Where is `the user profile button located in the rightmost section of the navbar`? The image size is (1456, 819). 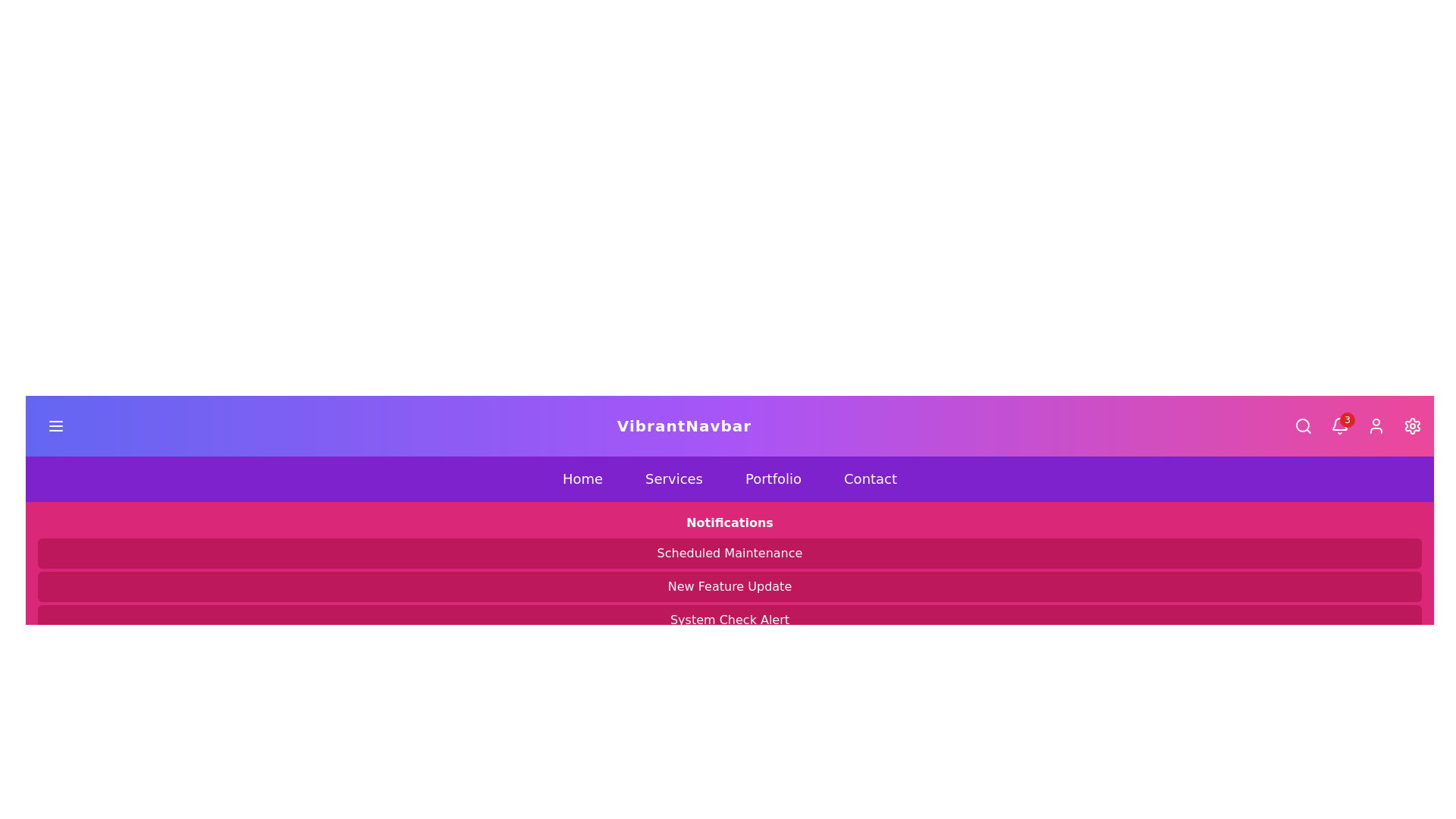 the user profile button located in the rightmost section of the navbar is located at coordinates (1376, 426).